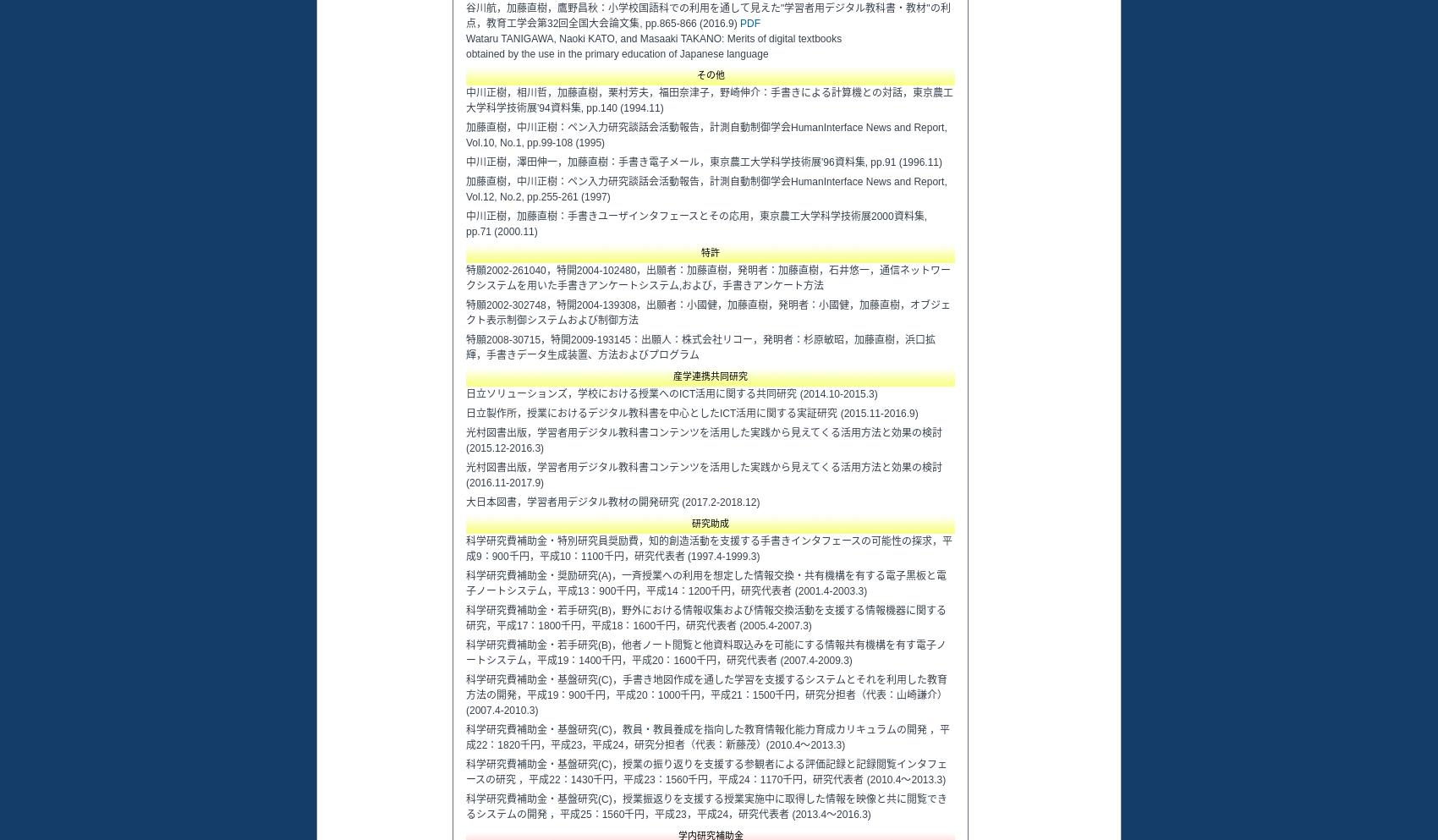  What do you see at coordinates (705, 189) in the screenshot?
I see `'加藤直樹，中川正樹：ペン入力研究談話会活動報告，計測自動制御学会HumanInterface News and Report, Vol.12, No.2, pp.255-261 (1997)'` at bounding box center [705, 189].